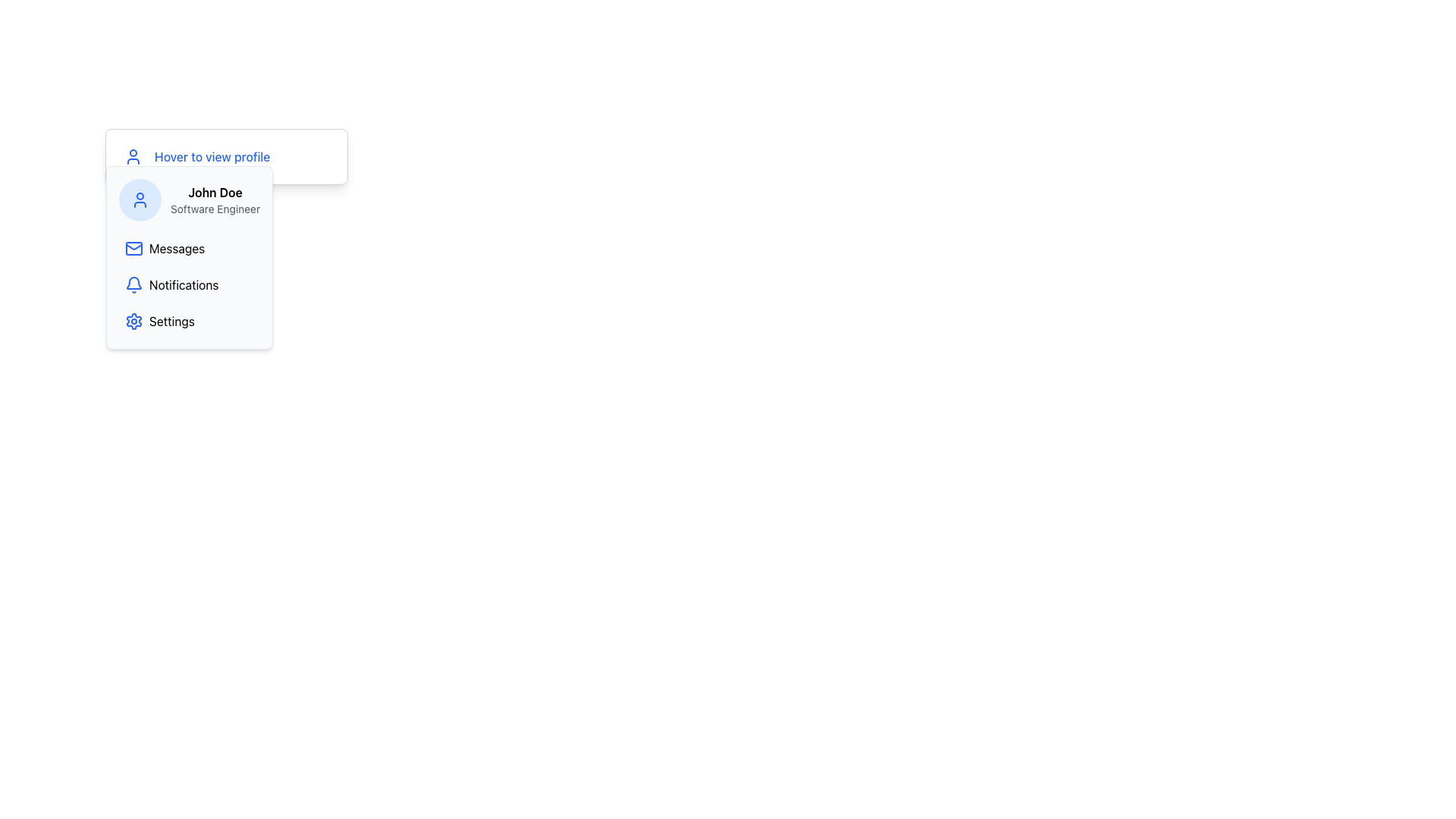 The width and height of the screenshot is (1456, 819). Describe the element at coordinates (189, 247) in the screenshot. I see `the 'Messages' menu item, which is the first entry in the vertical list of options in the navigation menu` at that location.